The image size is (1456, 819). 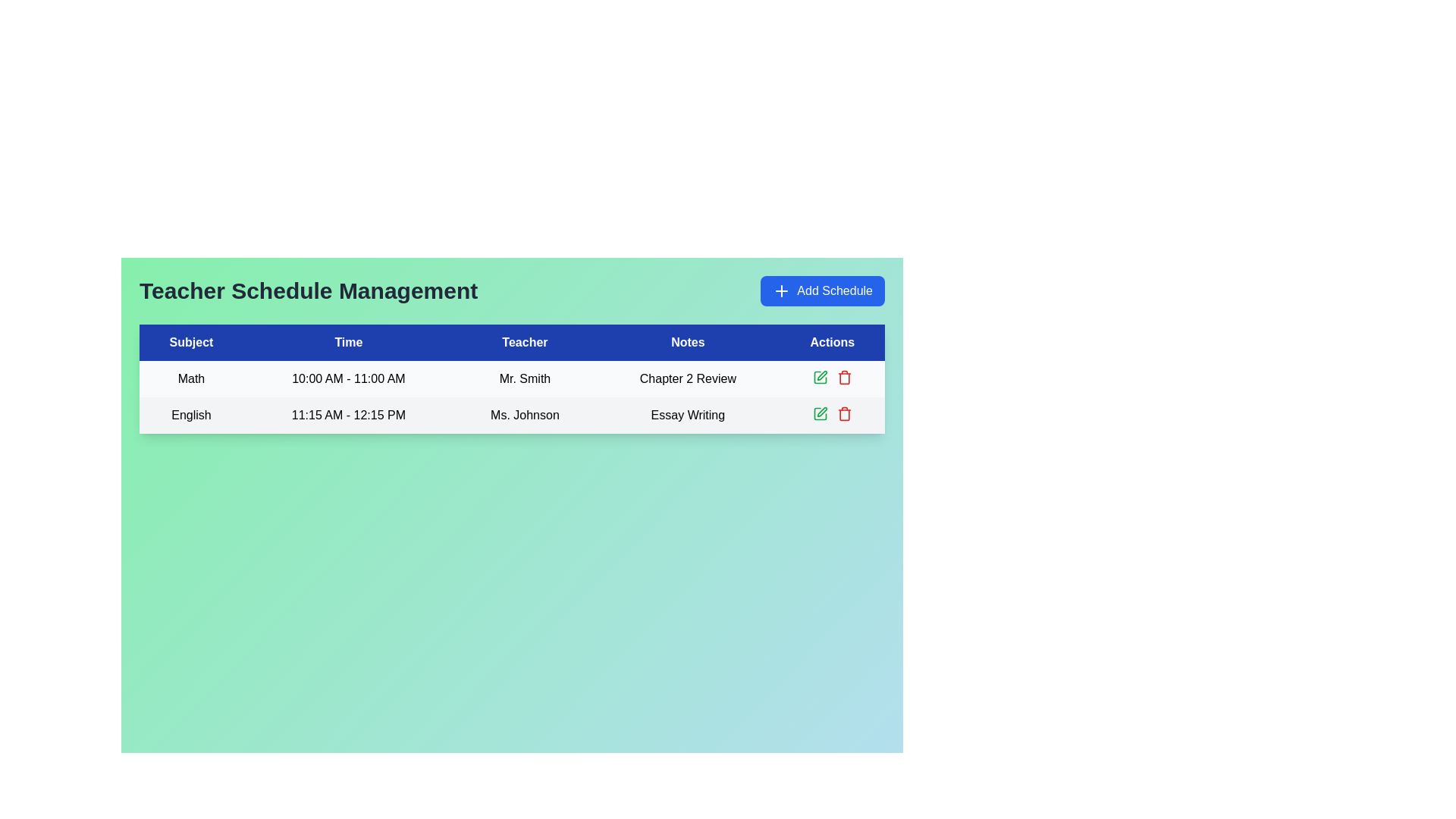 What do you see at coordinates (819, 414) in the screenshot?
I see `the green pen icon button in the 'Actions' column for the 'English' subject row` at bounding box center [819, 414].